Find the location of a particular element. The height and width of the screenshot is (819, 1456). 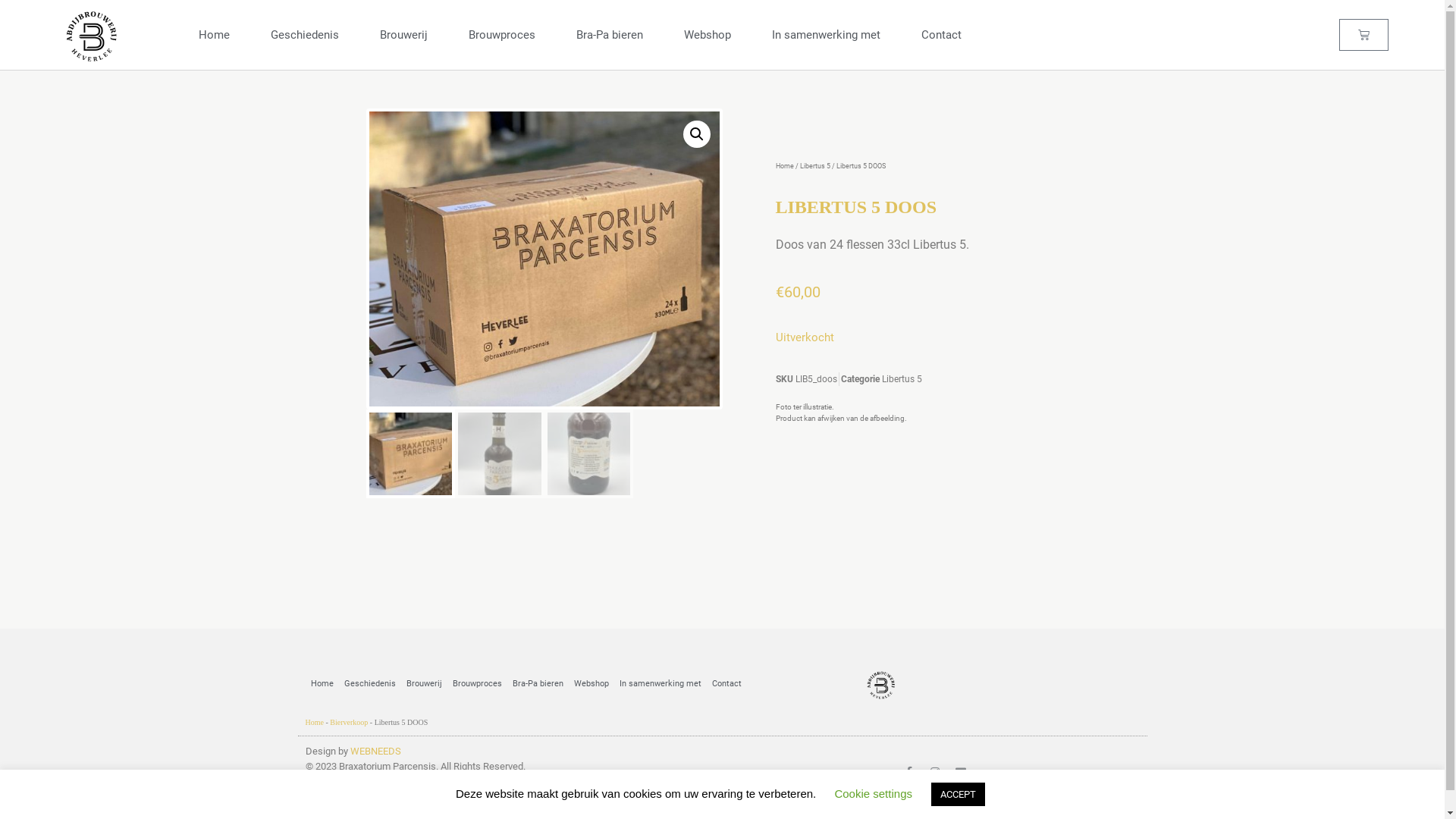

'Braxatorium_doos.jpeg' is located at coordinates (543, 258).